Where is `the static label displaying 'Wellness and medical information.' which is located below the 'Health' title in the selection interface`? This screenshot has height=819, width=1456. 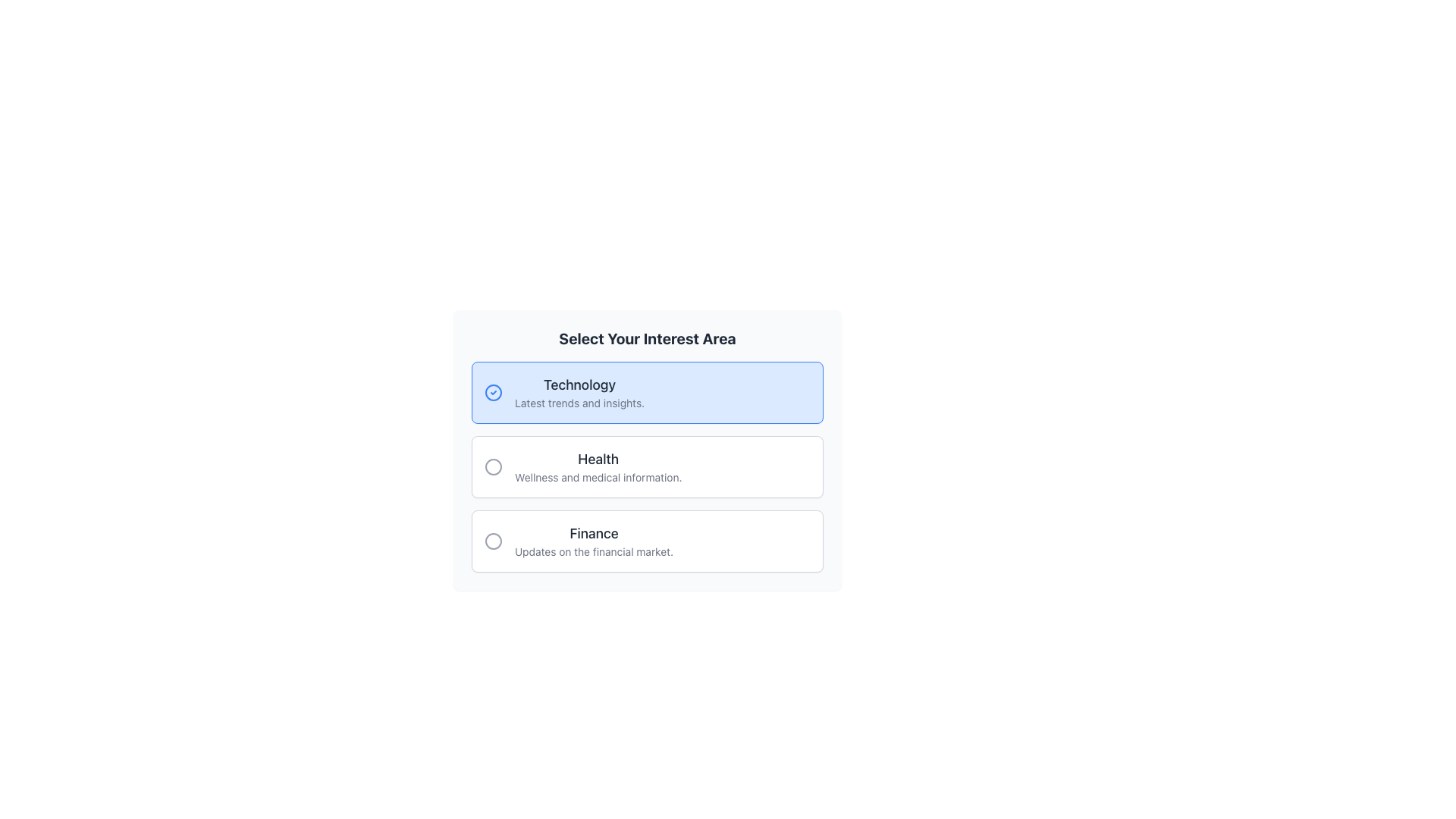
the static label displaying 'Wellness and medical information.' which is located below the 'Health' title in the selection interface is located at coordinates (598, 476).